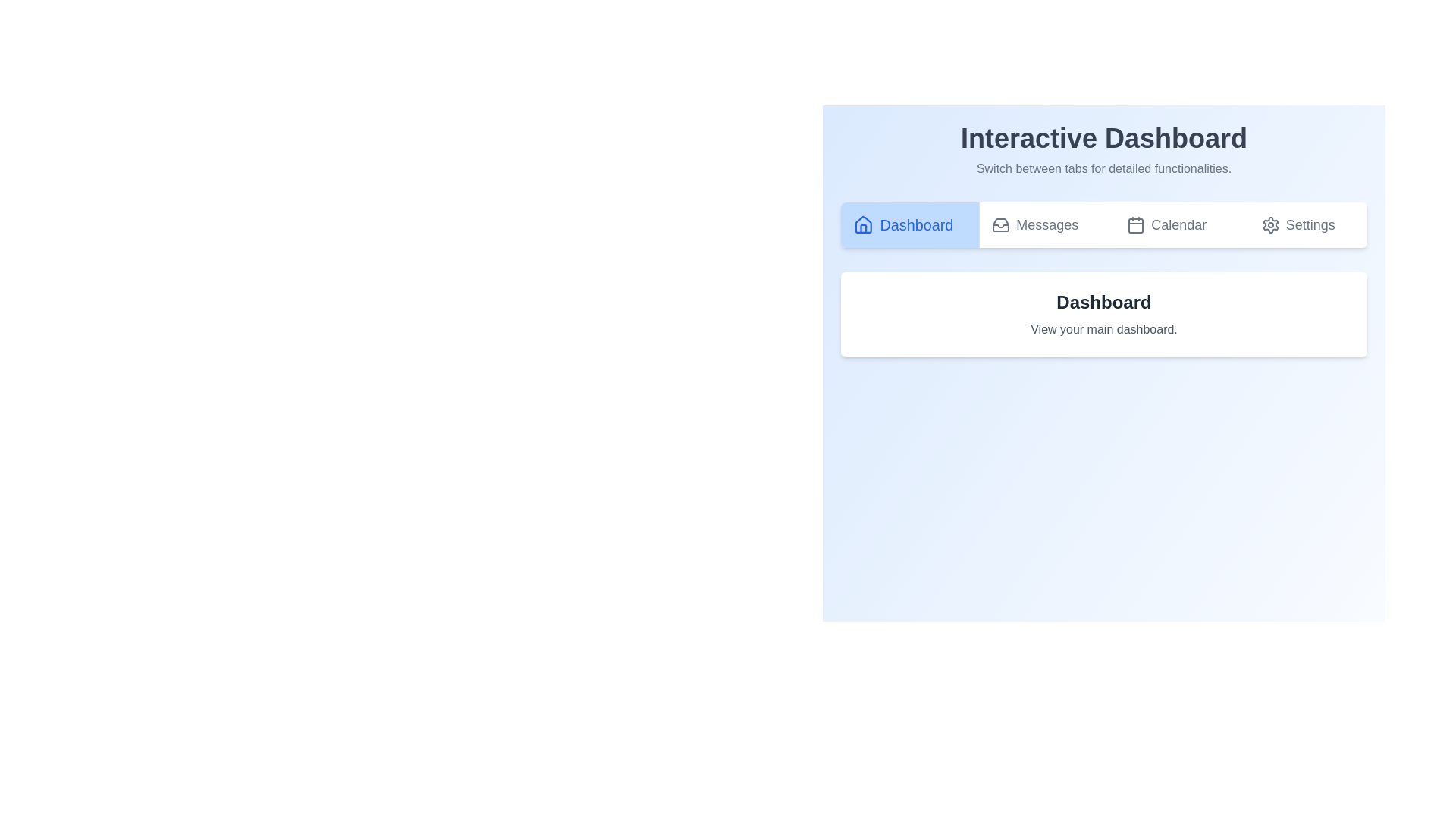 The height and width of the screenshot is (819, 1456). What do you see at coordinates (1301, 225) in the screenshot?
I see `the 'Settings' tab, which is a user interface element with a gear icon and labeled 'Settings', located at the far-right end of the navigation items` at bounding box center [1301, 225].